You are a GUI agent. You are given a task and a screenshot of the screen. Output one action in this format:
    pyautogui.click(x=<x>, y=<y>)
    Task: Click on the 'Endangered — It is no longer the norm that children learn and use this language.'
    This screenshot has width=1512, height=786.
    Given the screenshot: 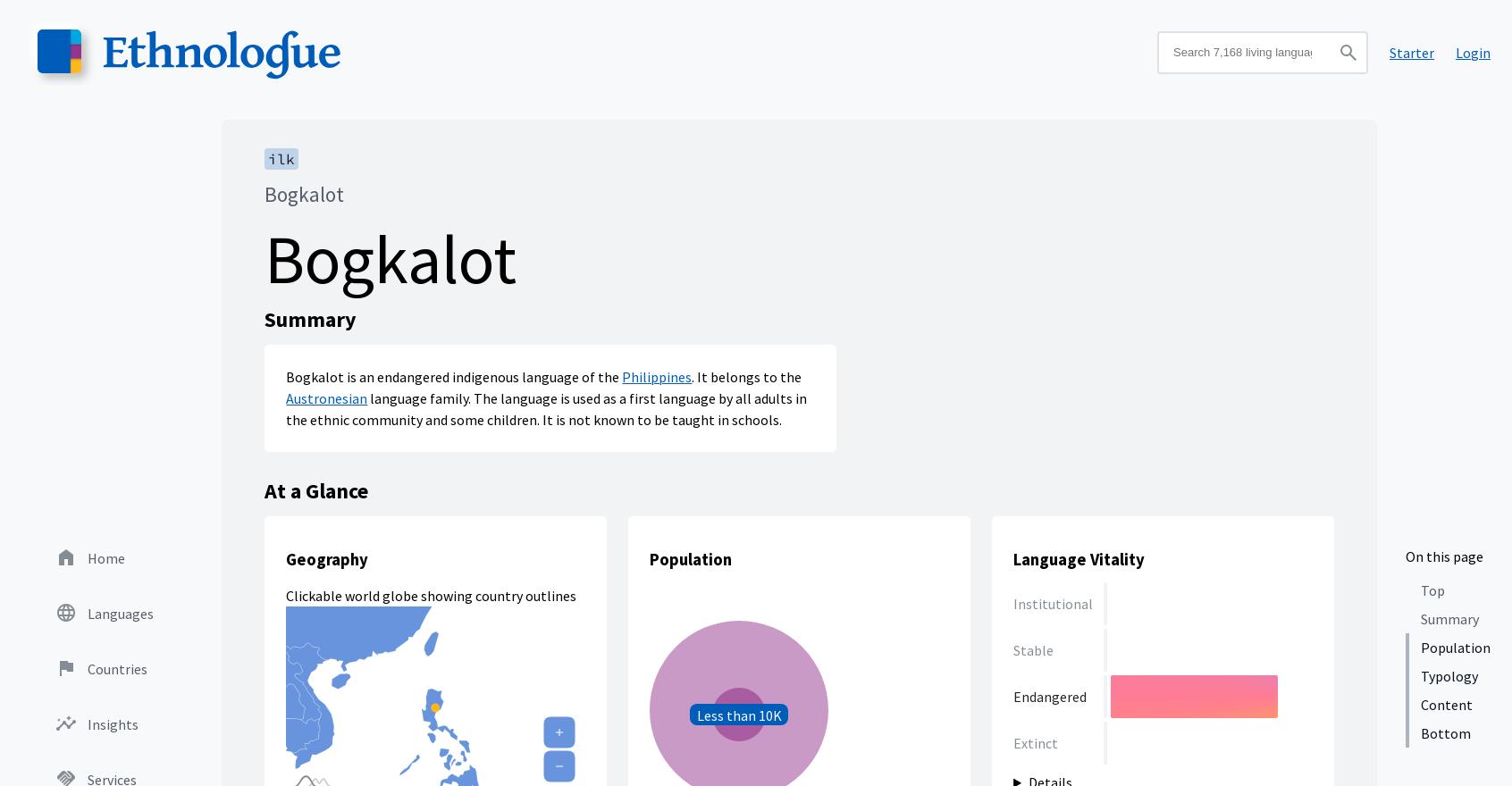 What is the action you would take?
    pyautogui.click(x=1146, y=488)
    